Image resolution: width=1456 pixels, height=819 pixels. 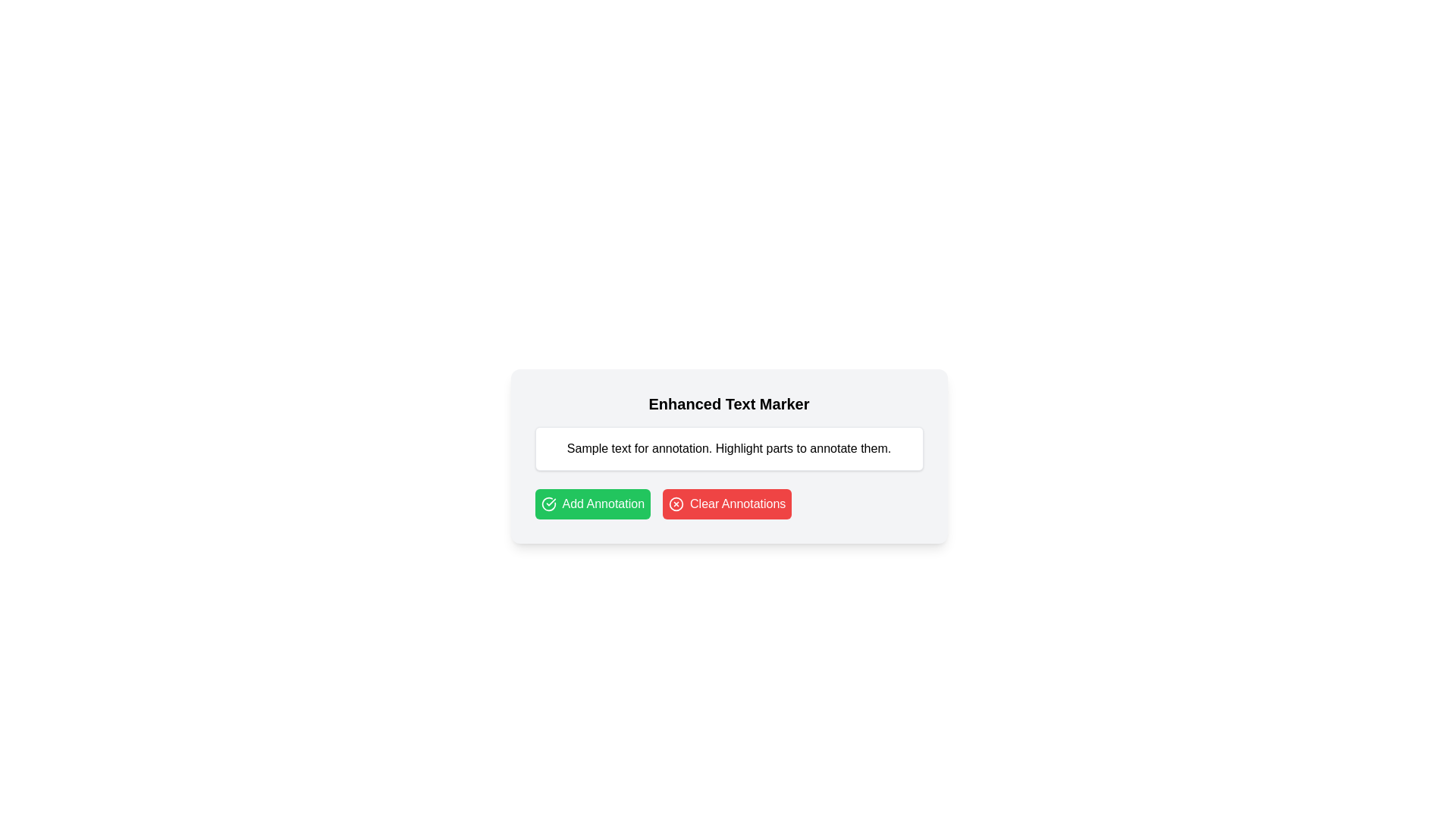 What do you see at coordinates (826, 447) in the screenshot?
I see `the Text character at the end of the sentence in the input field below the title 'Enhanced Text Marker'` at bounding box center [826, 447].